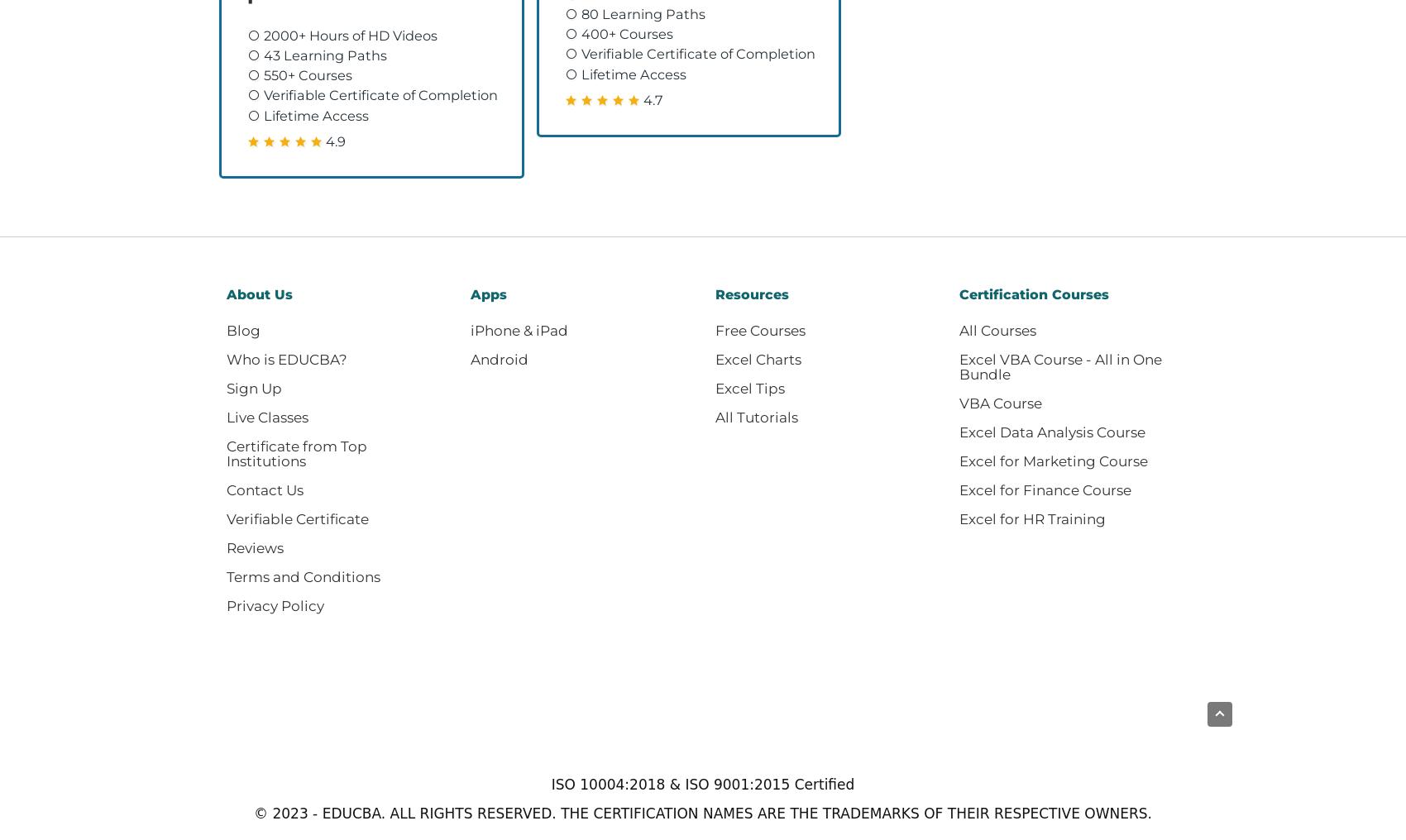  I want to click on 'Certification Courses', so click(959, 294).